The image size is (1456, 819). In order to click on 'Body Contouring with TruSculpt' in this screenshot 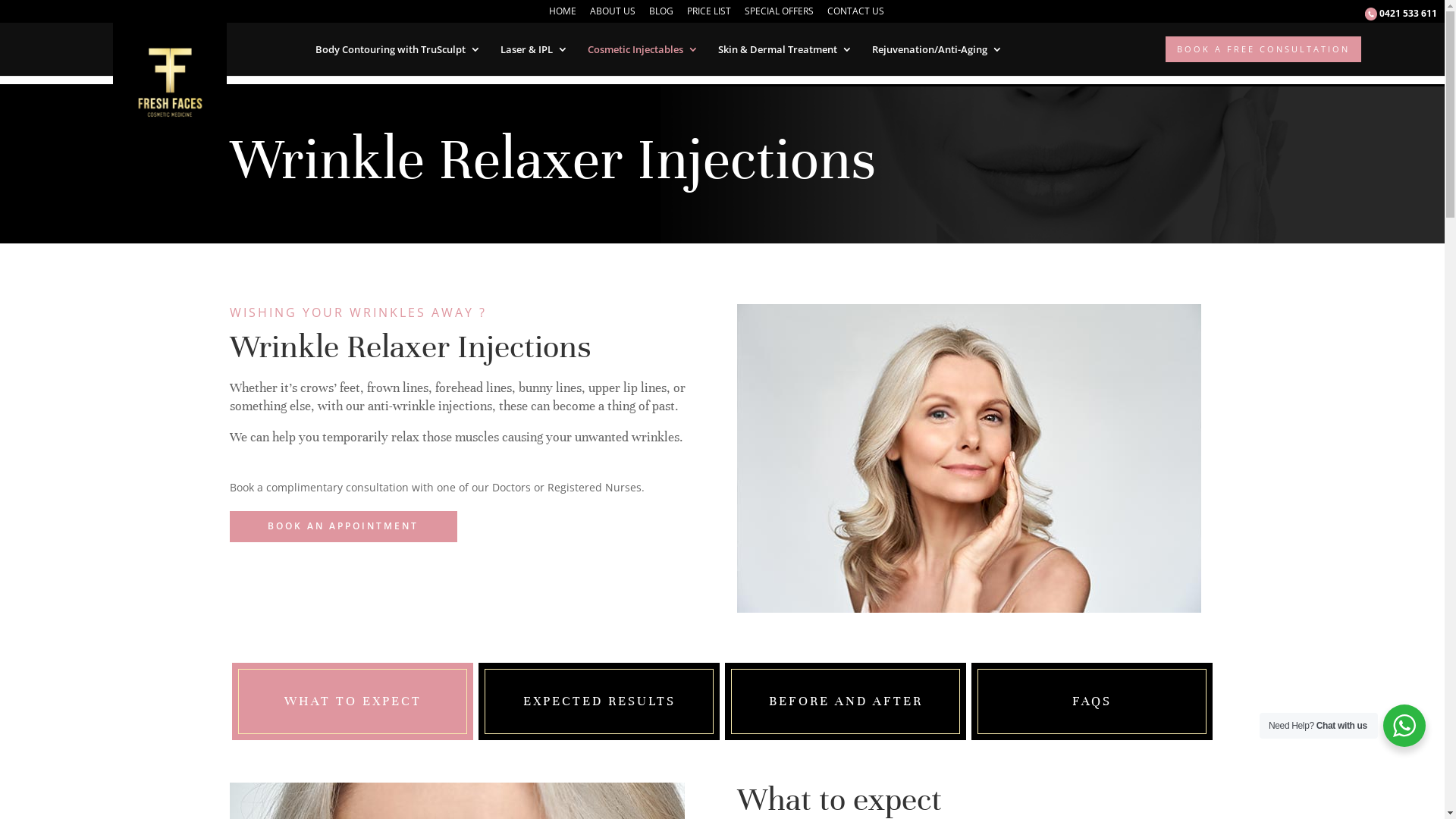, I will do `click(315, 49)`.